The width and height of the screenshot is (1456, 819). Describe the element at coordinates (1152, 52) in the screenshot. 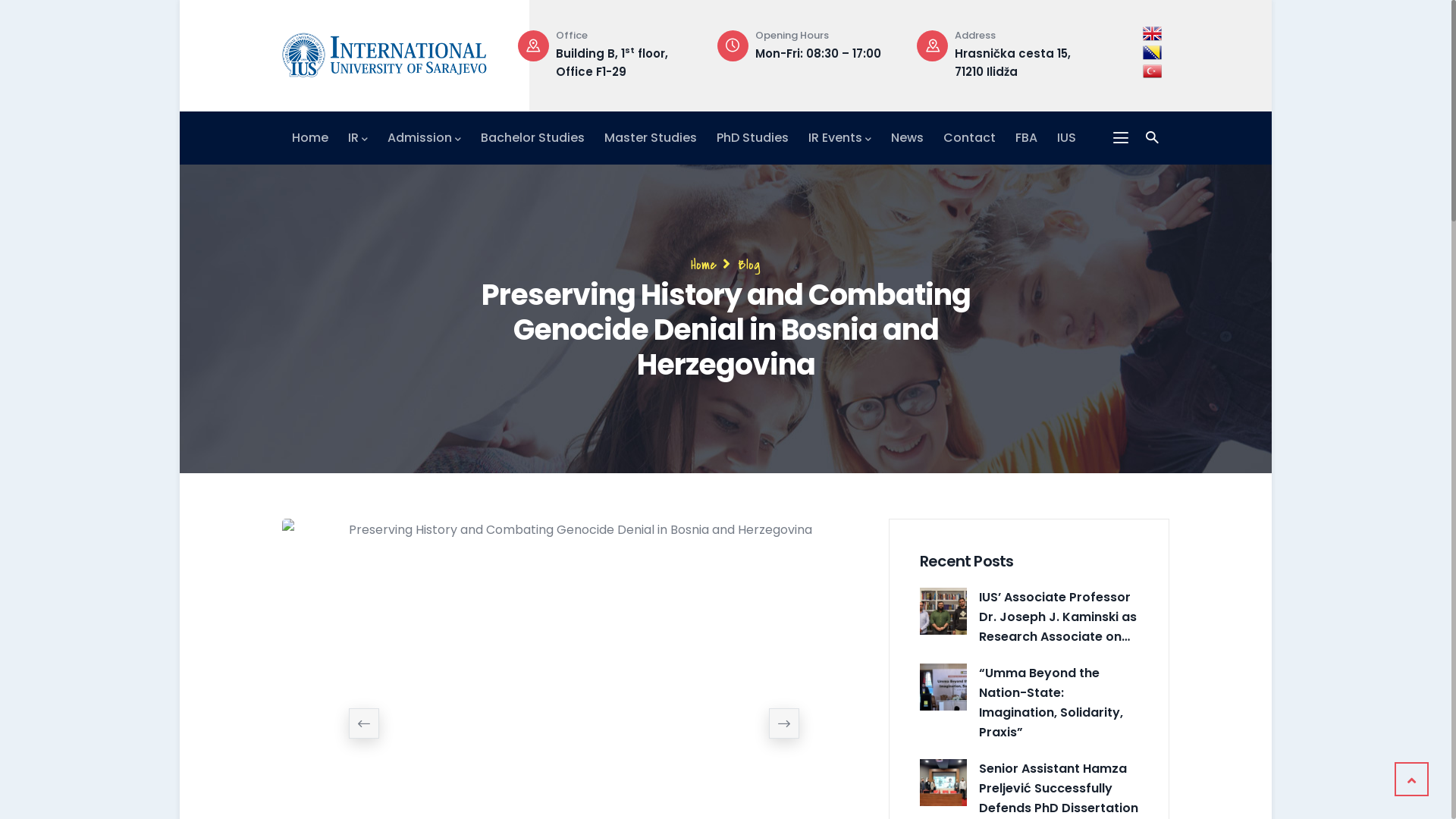

I see `'Bosnian'` at that location.